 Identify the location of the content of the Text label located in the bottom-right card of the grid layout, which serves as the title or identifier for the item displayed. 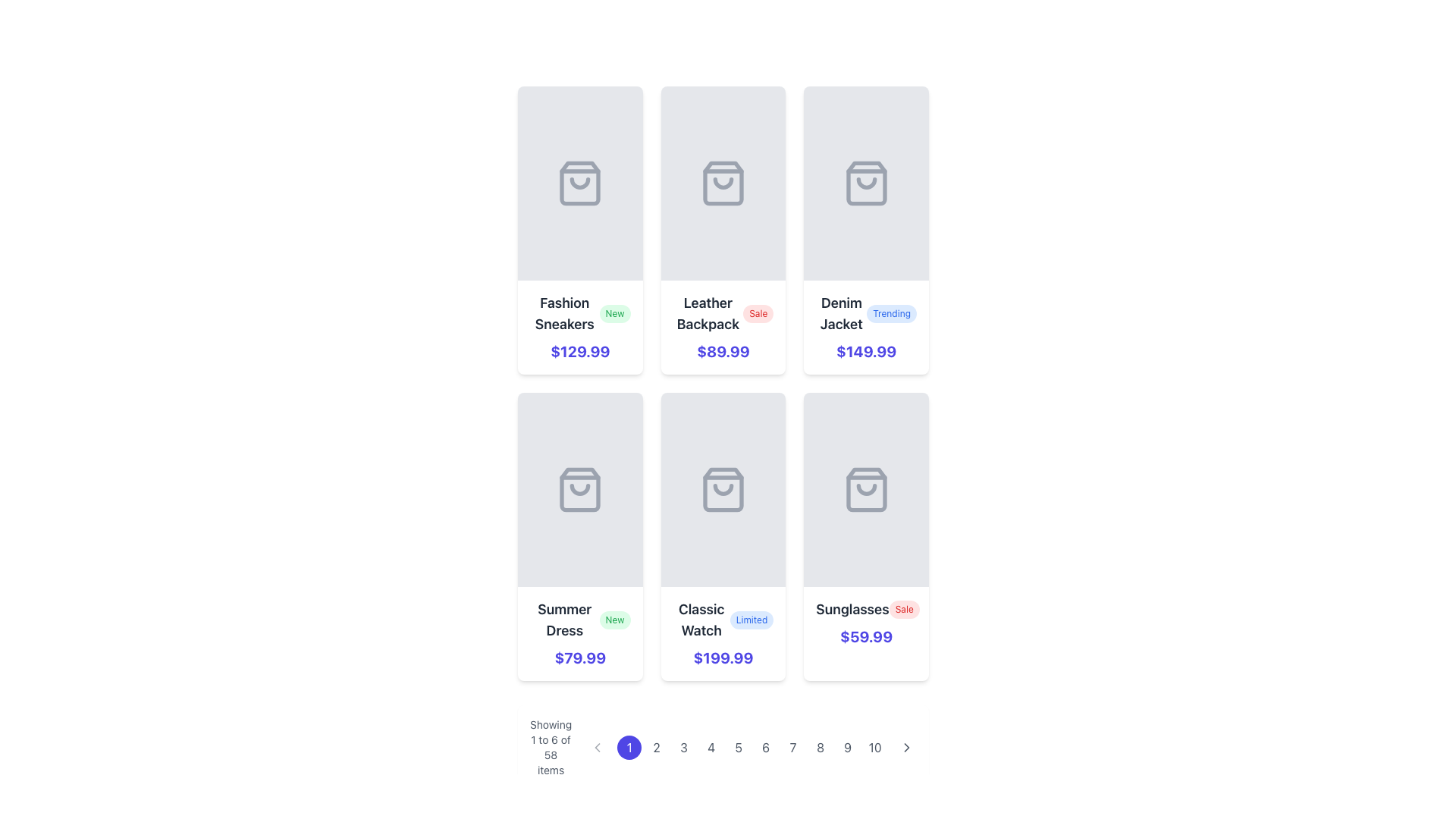
(852, 608).